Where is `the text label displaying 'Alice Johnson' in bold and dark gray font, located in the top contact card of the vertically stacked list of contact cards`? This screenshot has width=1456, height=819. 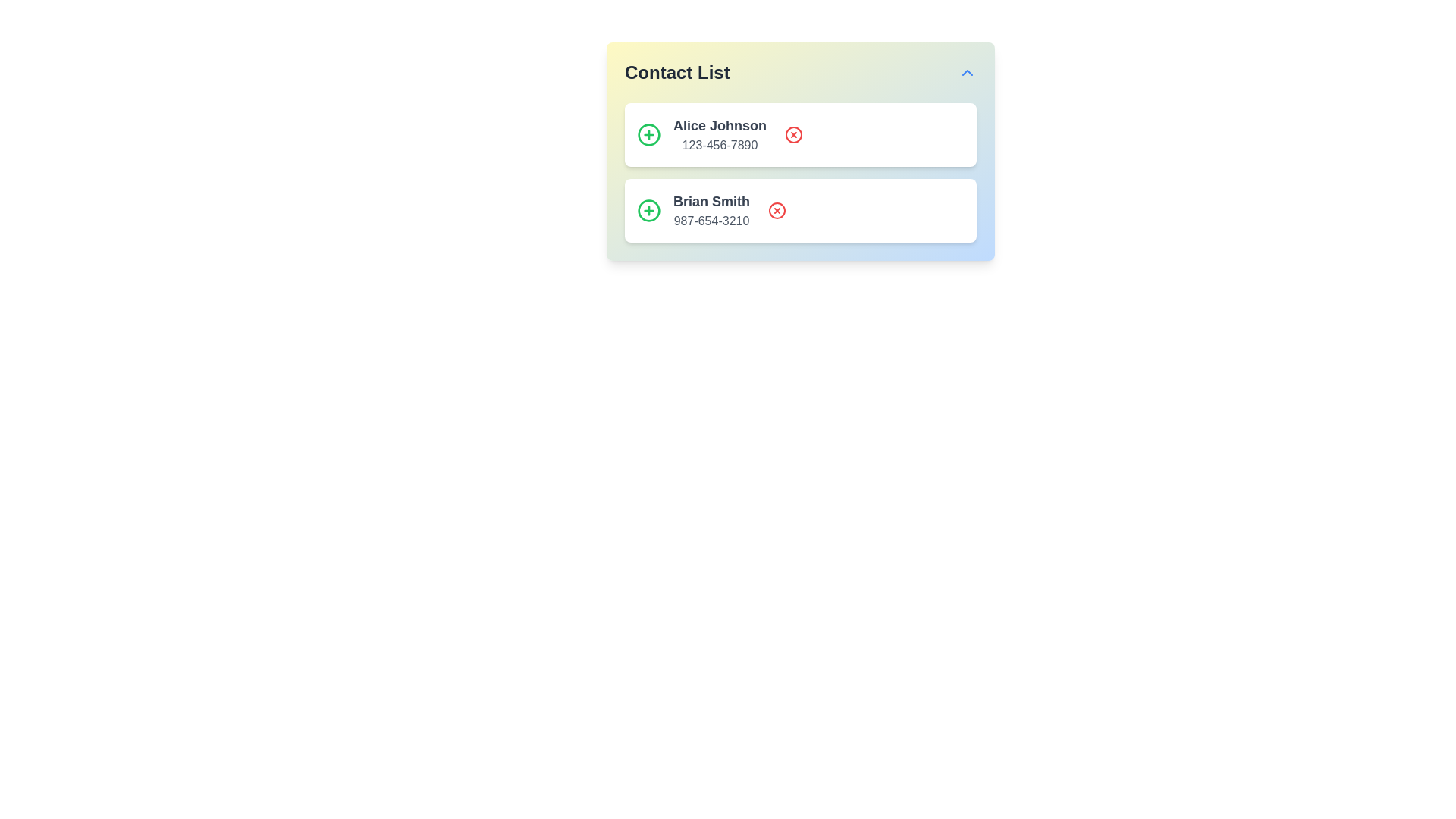
the text label displaying 'Alice Johnson' in bold and dark gray font, located in the top contact card of the vertically stacked list of contact cards is located at coordinates (719, 124).